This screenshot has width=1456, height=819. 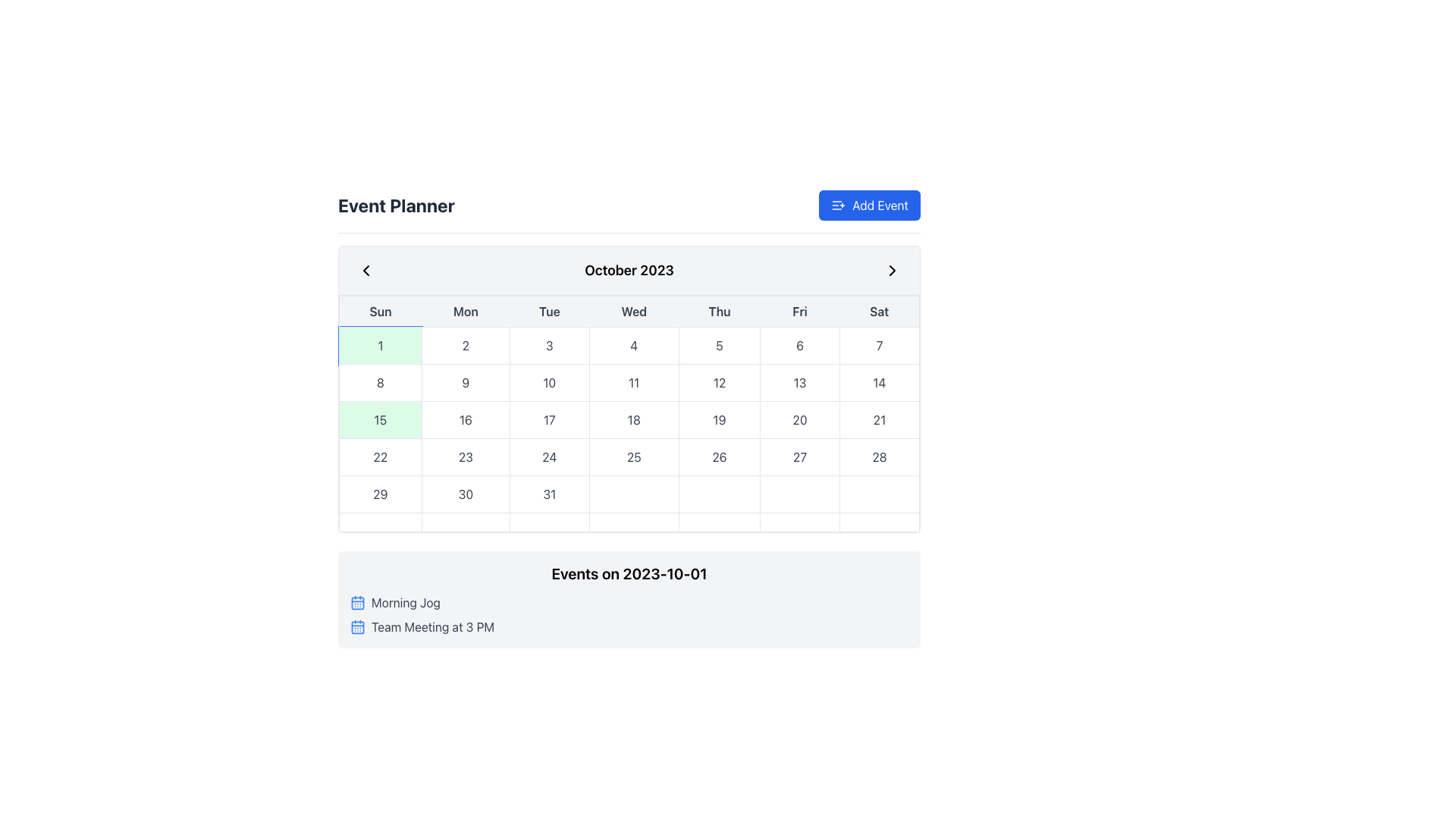 I want to click on the rightward chevron icon near the top right corner of the calendar section, so click(x=892, y=270).